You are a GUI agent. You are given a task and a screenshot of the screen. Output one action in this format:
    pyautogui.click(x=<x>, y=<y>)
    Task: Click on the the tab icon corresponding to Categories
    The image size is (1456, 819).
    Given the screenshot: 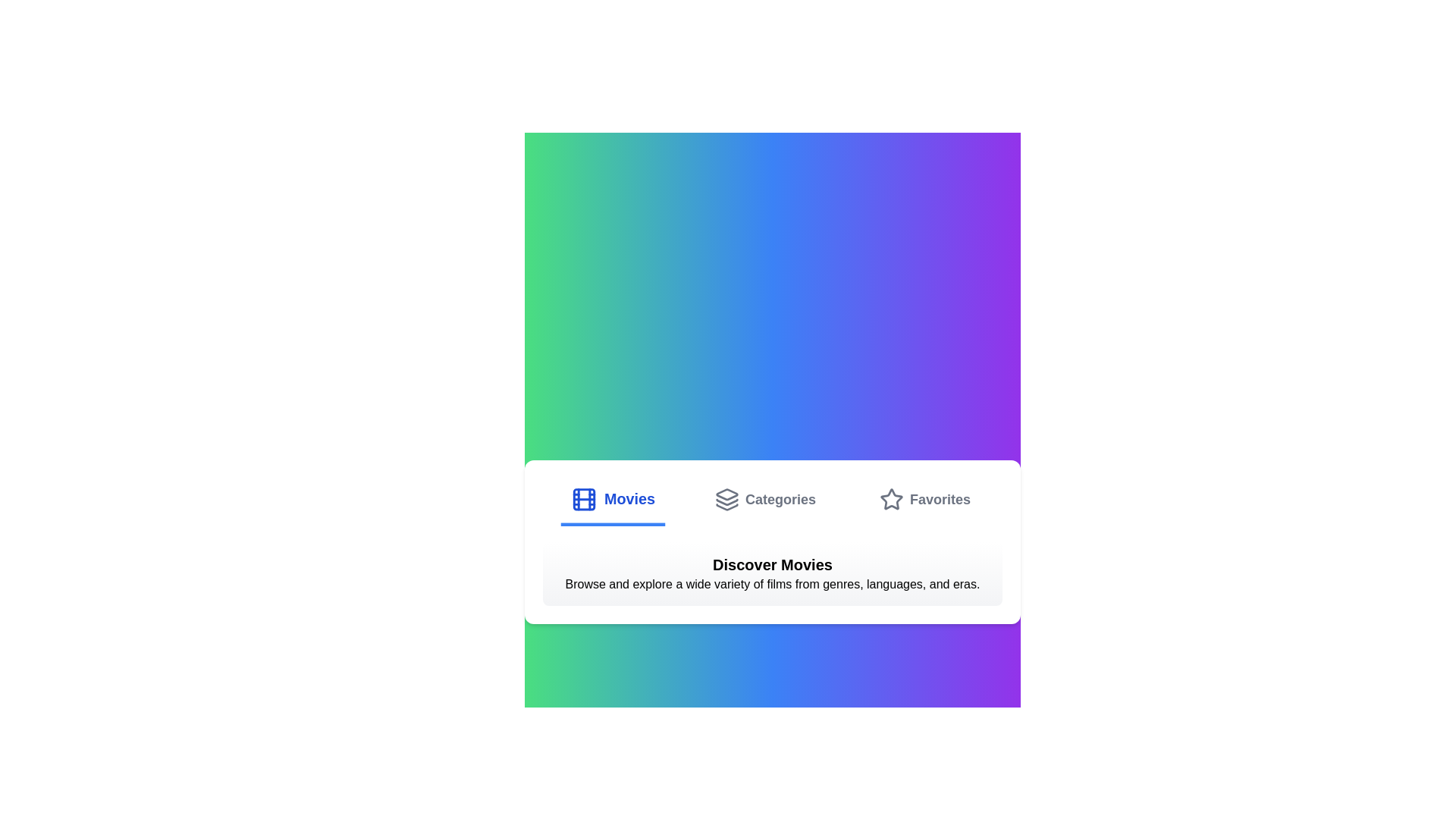 What is the action you would take?
    pyautogui.click(x=728, y=500)
    